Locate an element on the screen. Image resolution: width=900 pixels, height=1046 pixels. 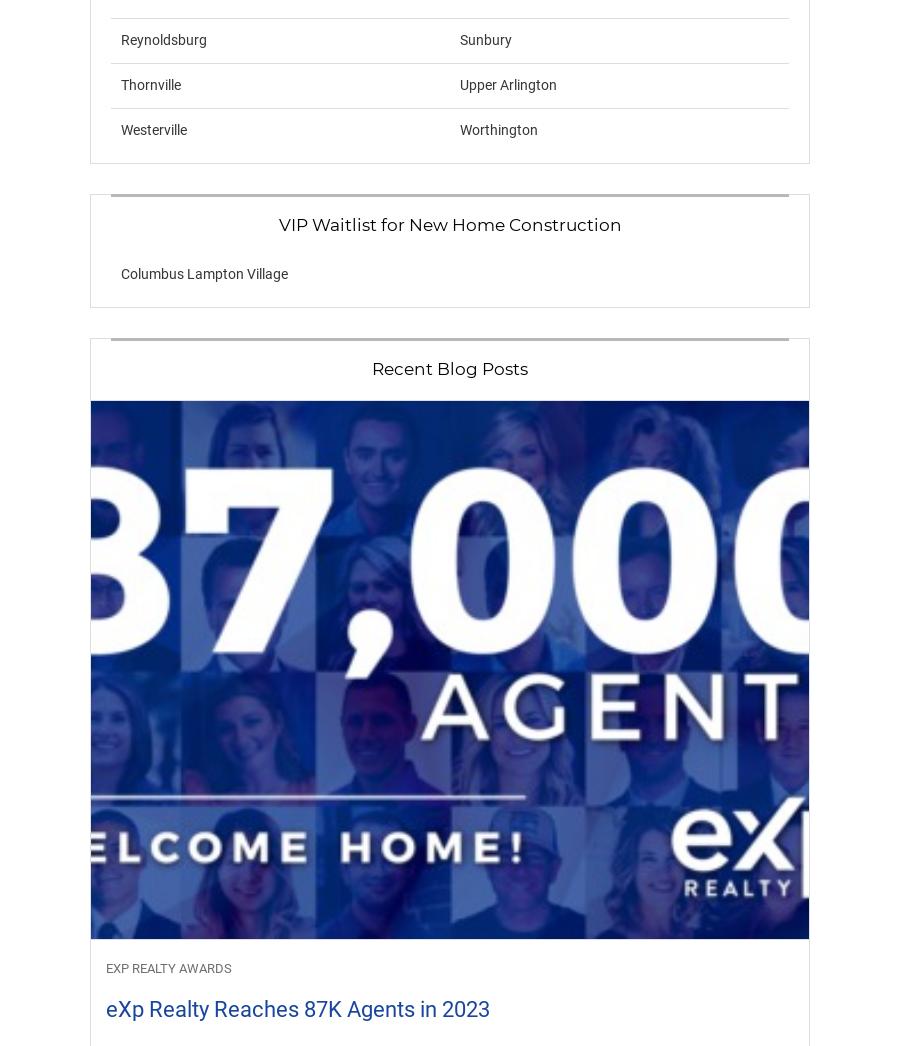
'Westerville' is located at coordinates (153, 129).